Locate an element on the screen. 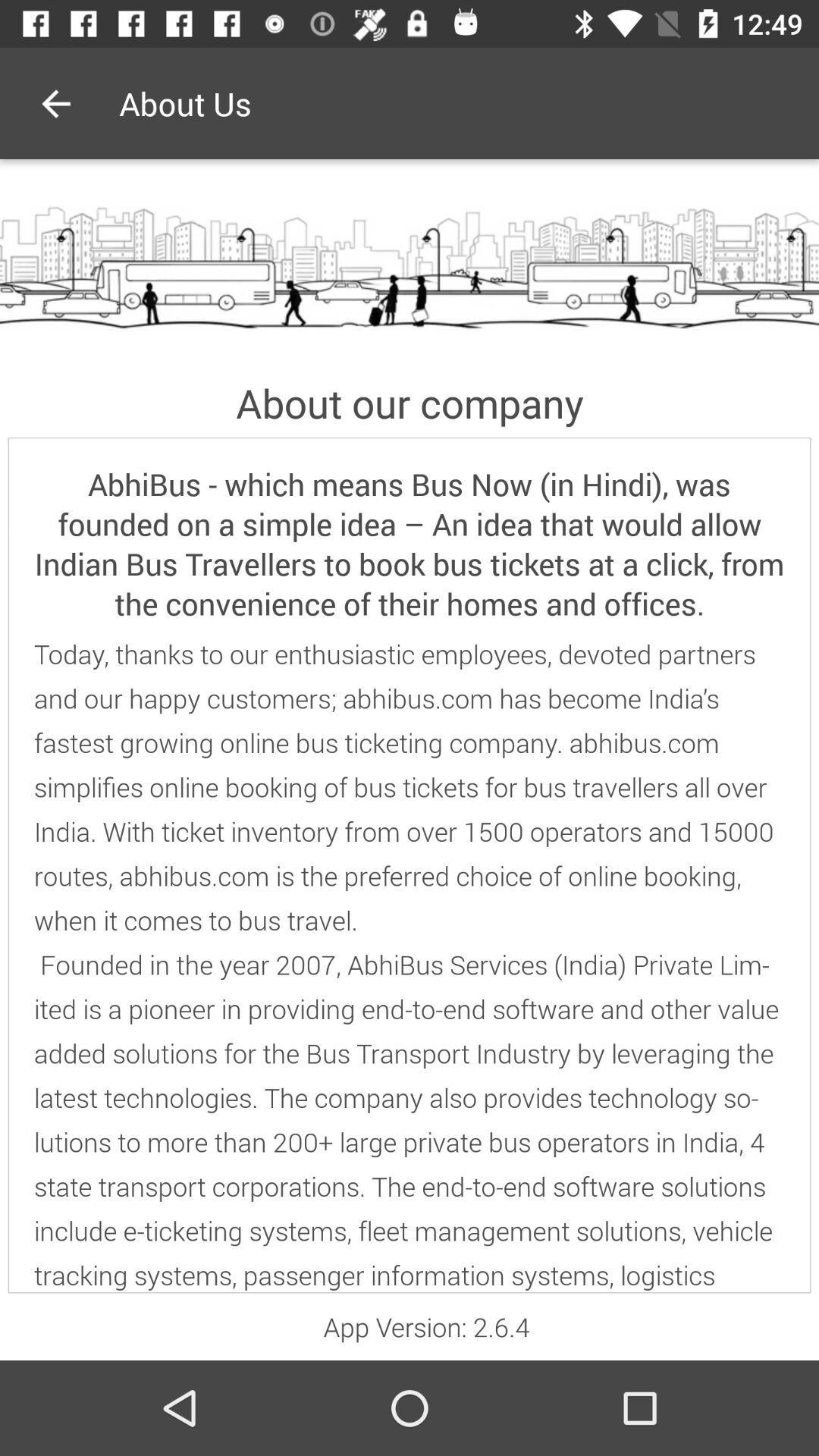 This screenshot has width=819, height=1456. the icon above the app version 2 item is located at coordinates (409, 964).